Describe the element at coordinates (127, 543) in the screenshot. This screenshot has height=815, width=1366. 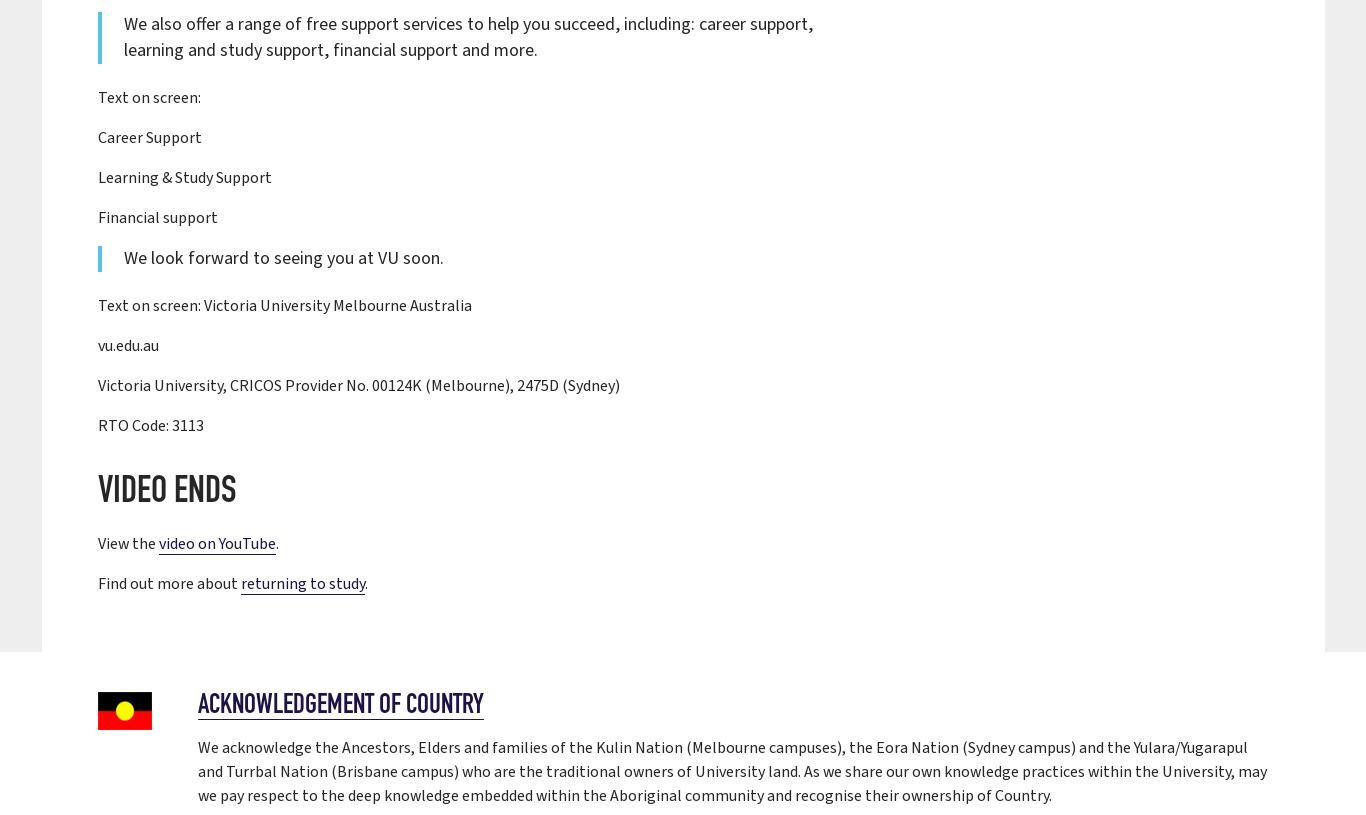
I see `'View the'` at that location.